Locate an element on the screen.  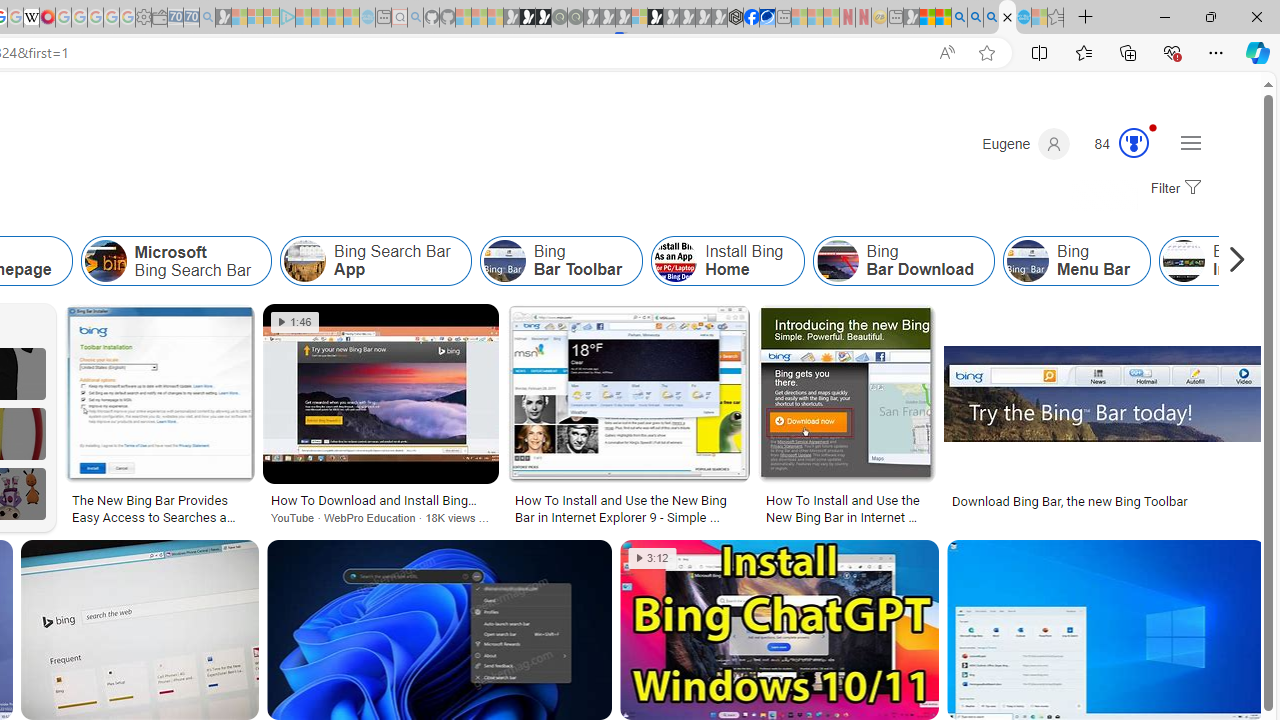
'2009 Bing officially replaced Live Search on June 3 - Search' is located at coordinates (975, 17).